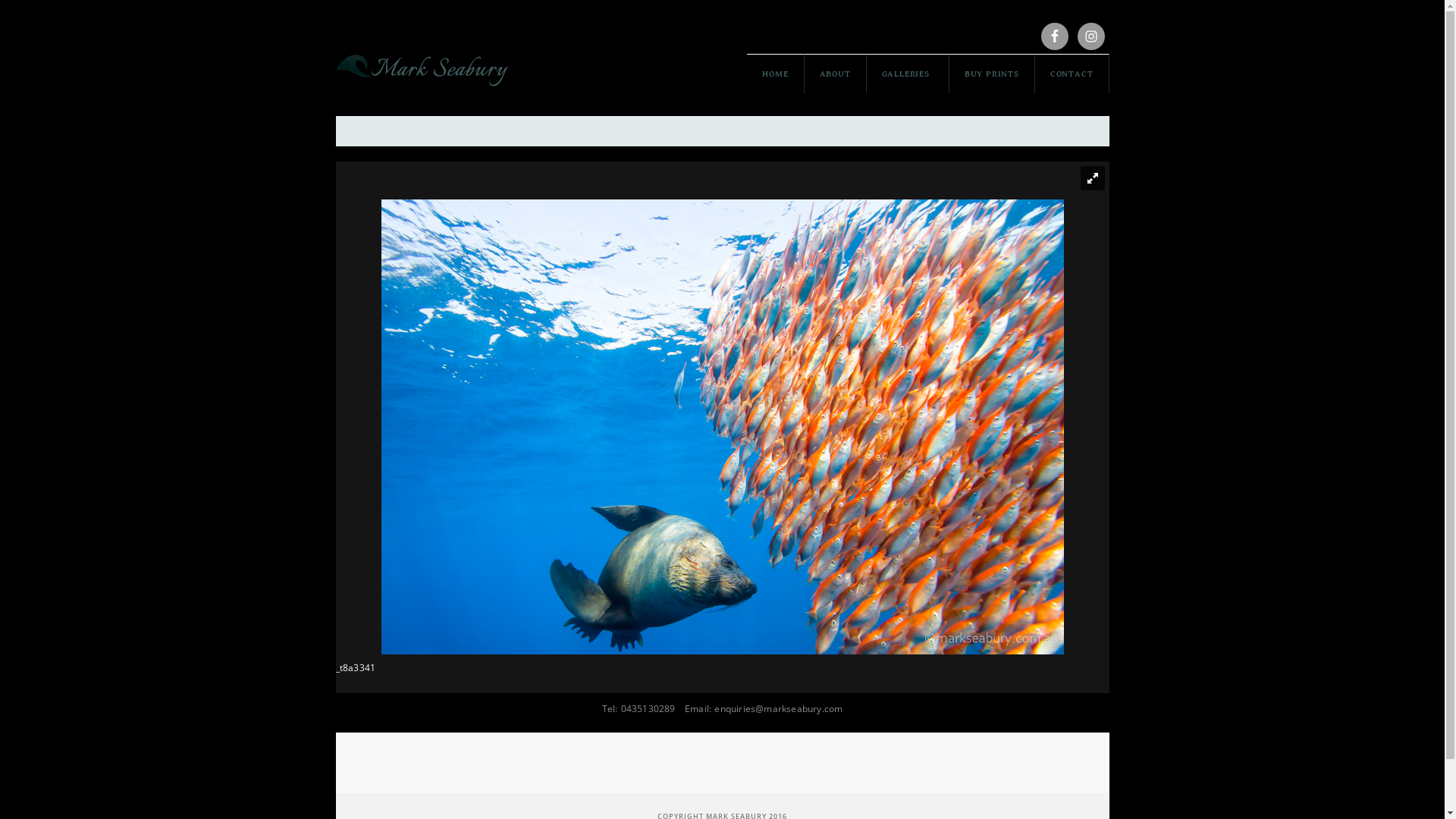  I want to click on 'BUY PRINTS', so click(992, 73).